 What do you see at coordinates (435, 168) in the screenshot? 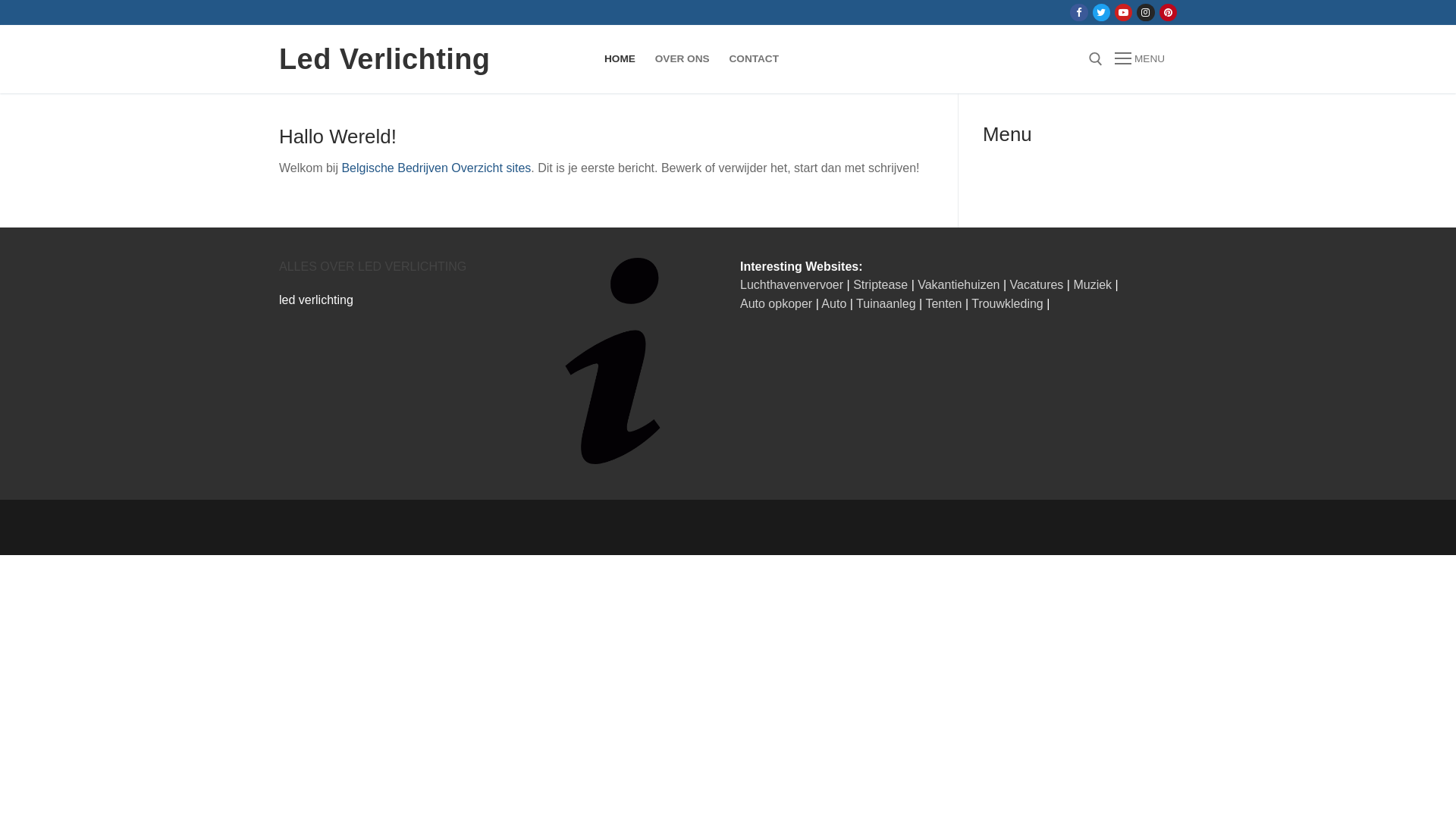
I see `'Belgische Bedrijven Overzicht sites'` at bounding box center [435, 168].